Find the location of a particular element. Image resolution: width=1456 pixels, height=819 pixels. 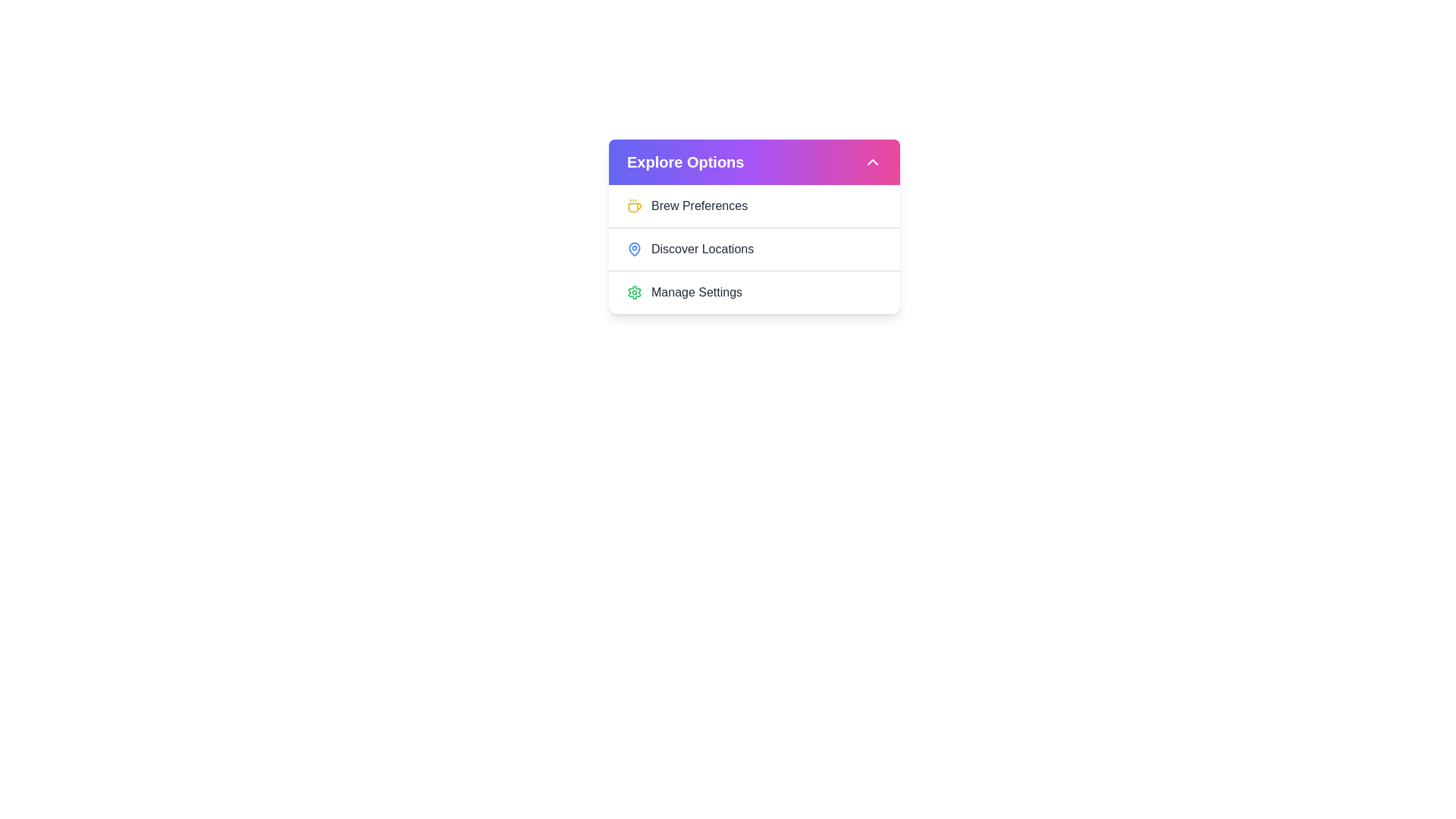

the 'Explore Options' button to toggle the dropdown menu is located at coordinates (754, 162).